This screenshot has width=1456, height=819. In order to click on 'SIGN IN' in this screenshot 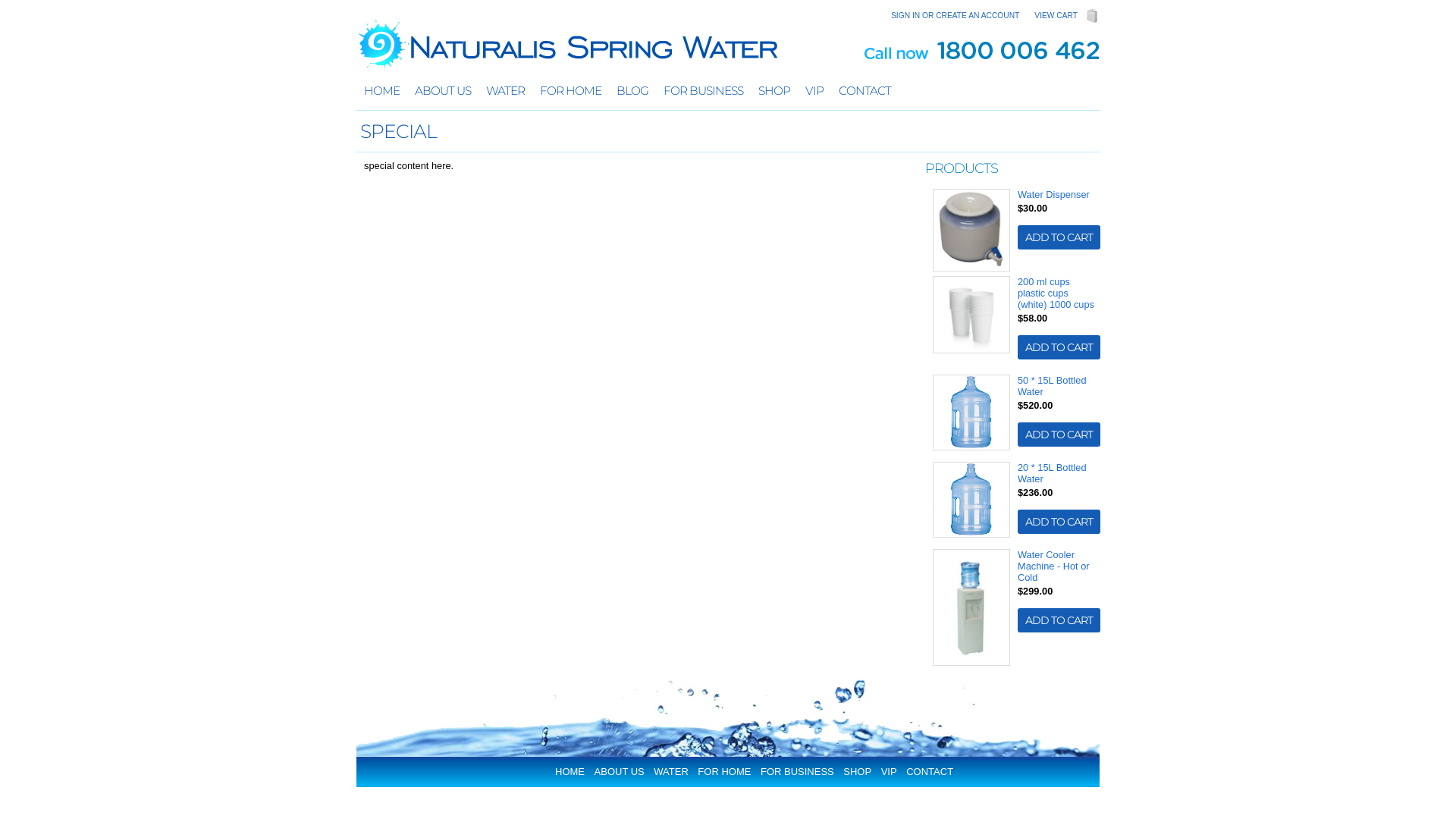, I will do `click(905, 15)`.